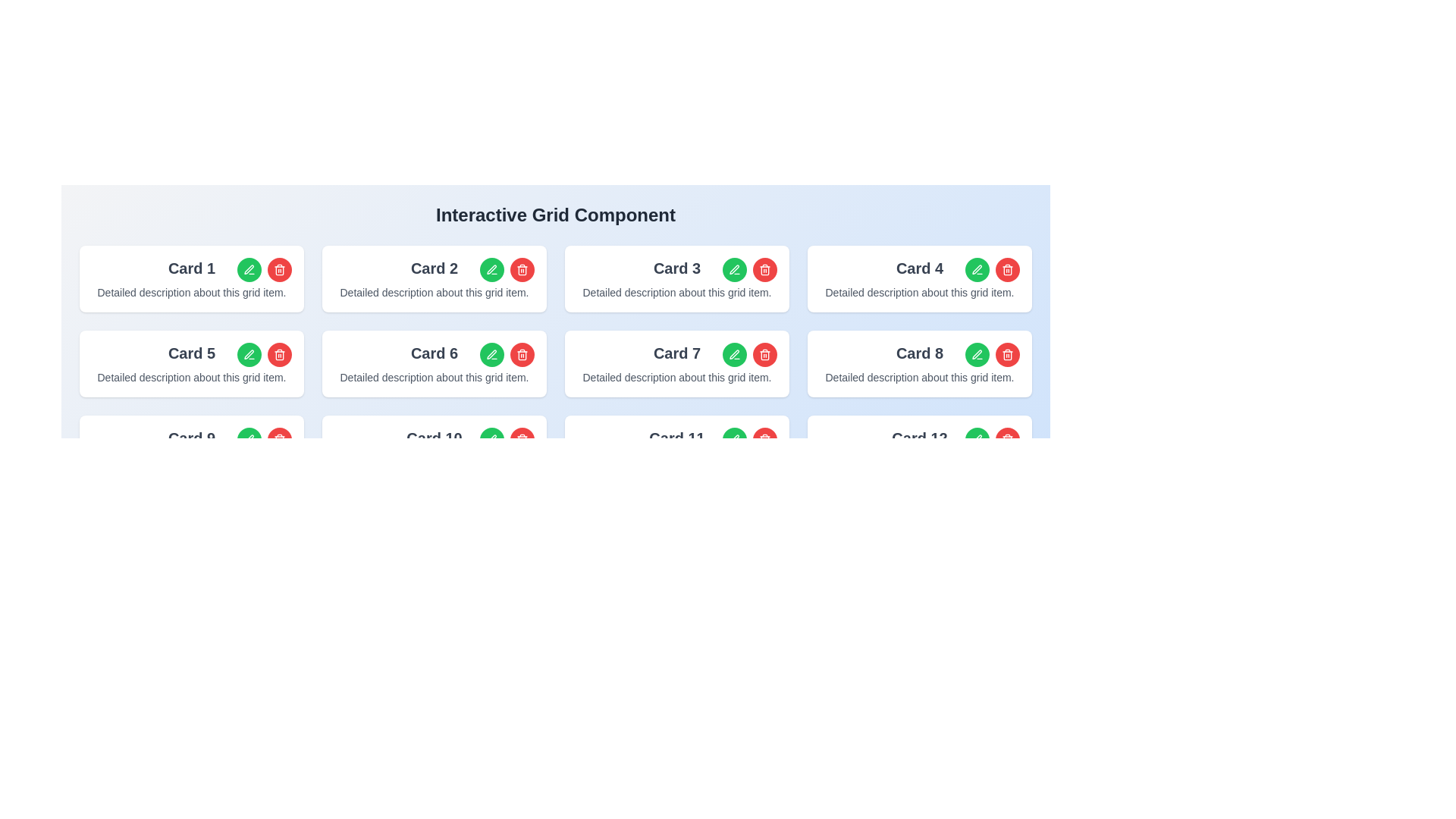  What do you see at coordinates (491, 268) in the screenshot?
I see `the edit action icon located on the right side of the second card in the first row of the grid` at bounding box center [491, 268].